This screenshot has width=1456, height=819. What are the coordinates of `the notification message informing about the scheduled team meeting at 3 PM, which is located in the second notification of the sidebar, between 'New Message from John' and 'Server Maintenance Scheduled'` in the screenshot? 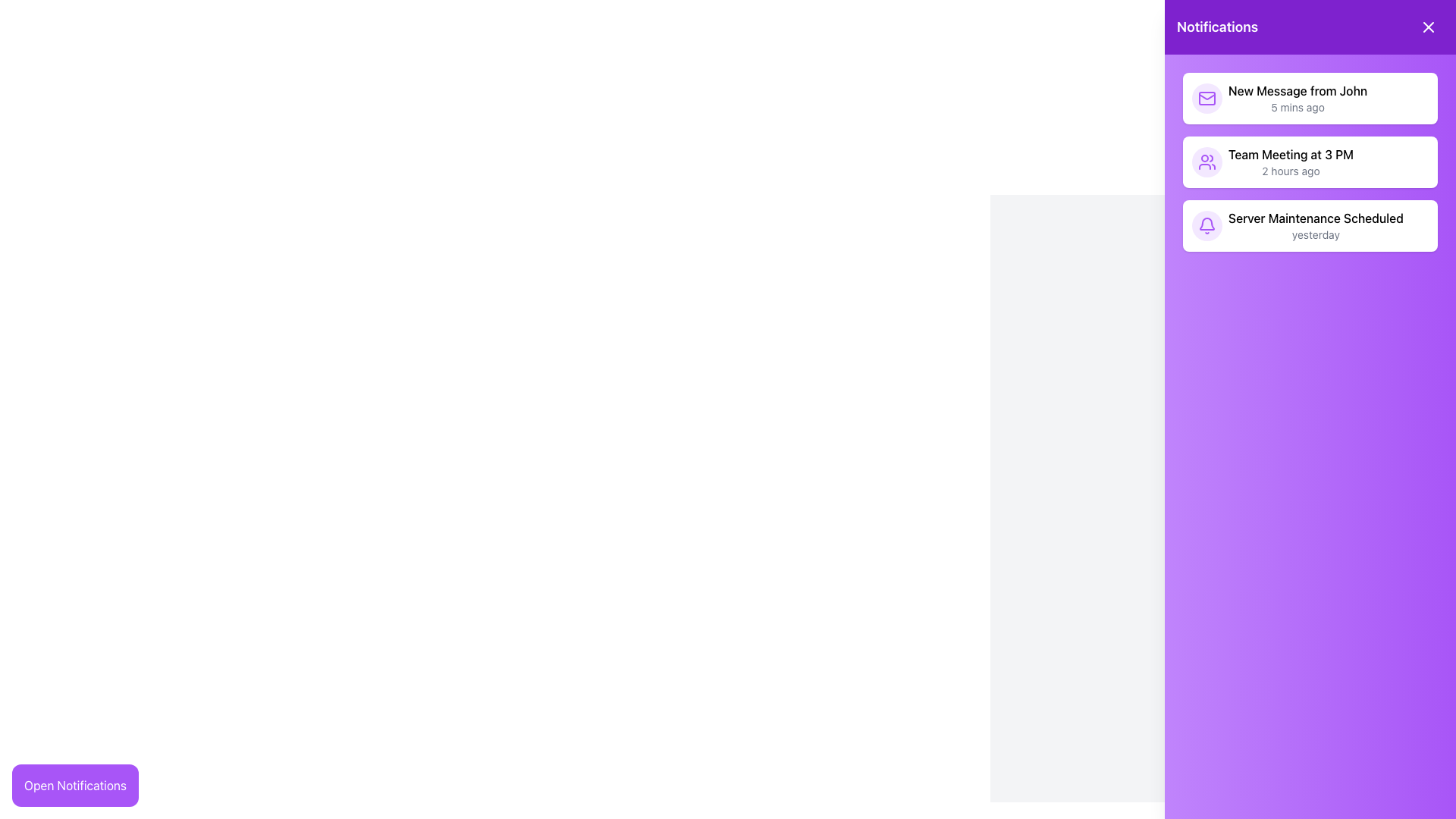 It's located at (1272, 162).